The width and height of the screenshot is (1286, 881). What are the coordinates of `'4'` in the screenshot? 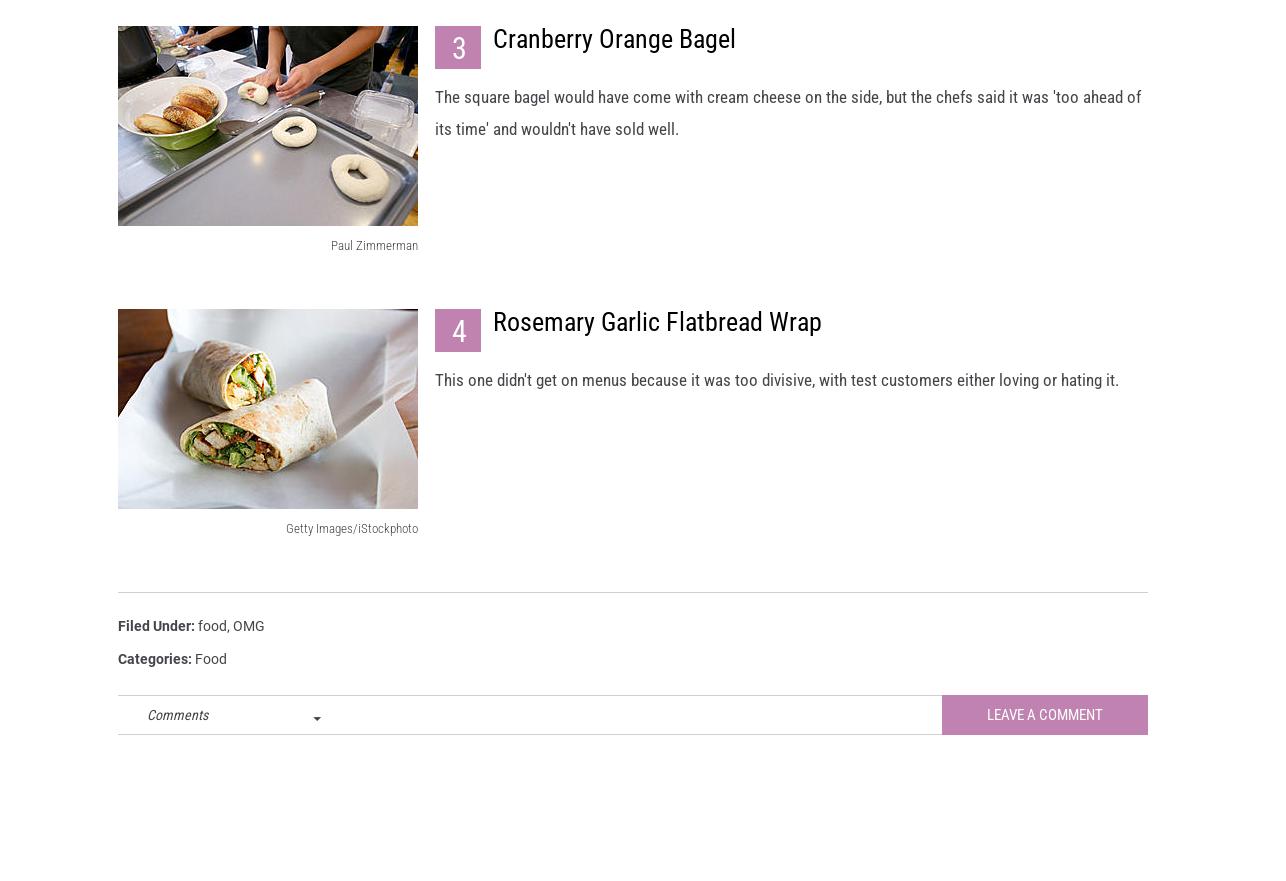 It's located at (450, 348).